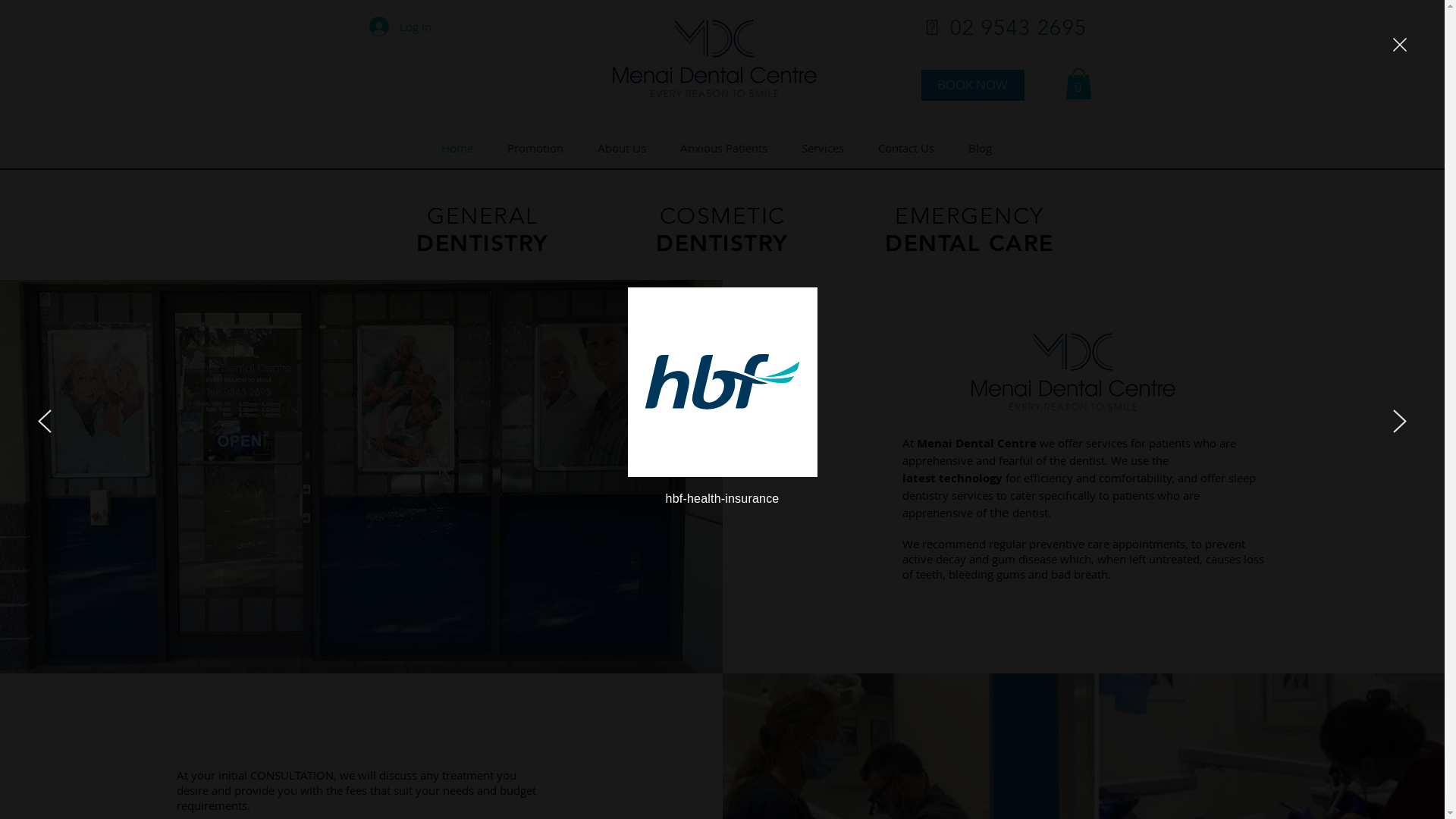 The image size is (1456, 819). I want to click on 'Log In', so click(400, 26).